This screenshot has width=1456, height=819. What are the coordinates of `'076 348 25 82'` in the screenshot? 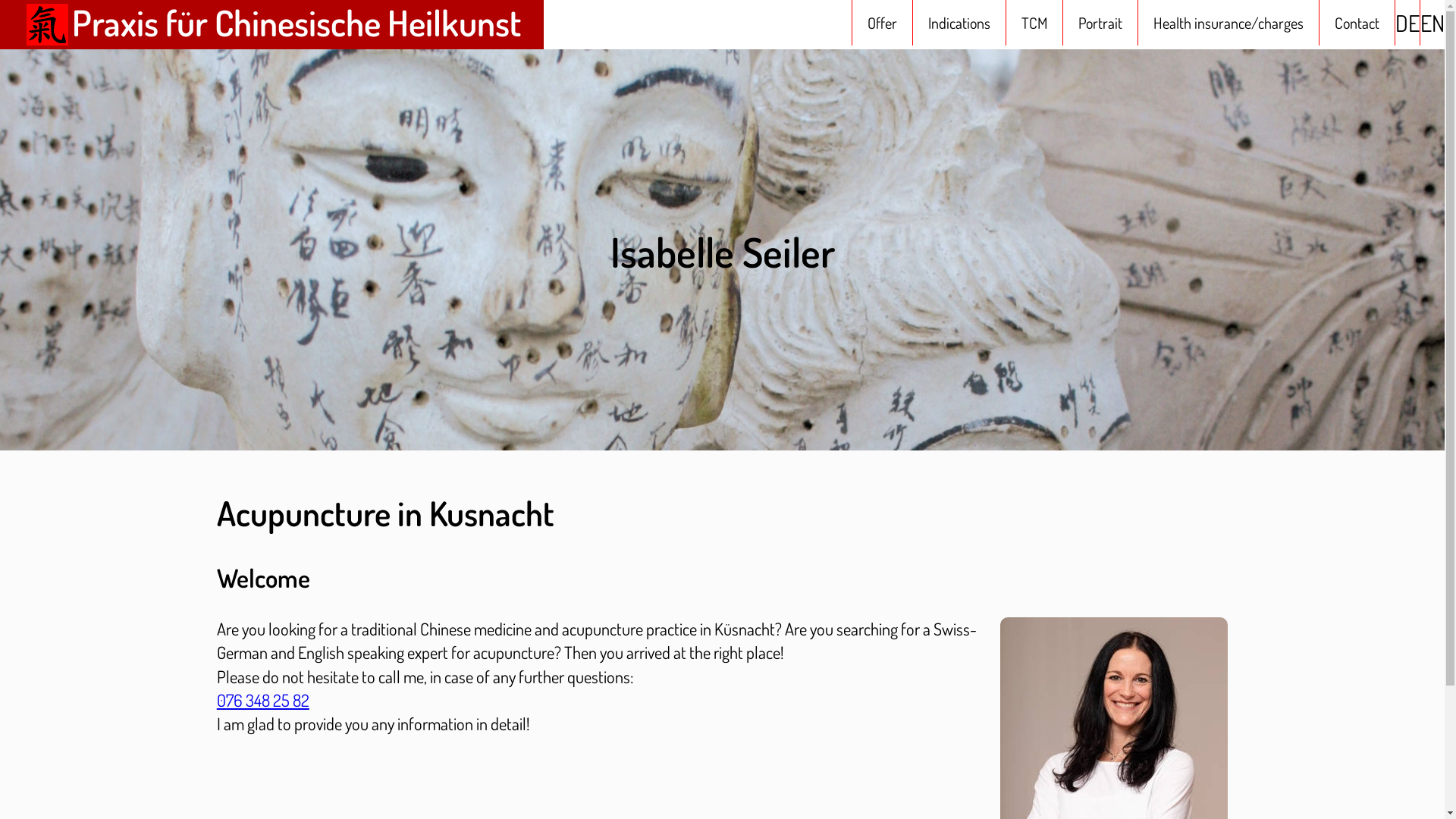 It's located at (216, 699).